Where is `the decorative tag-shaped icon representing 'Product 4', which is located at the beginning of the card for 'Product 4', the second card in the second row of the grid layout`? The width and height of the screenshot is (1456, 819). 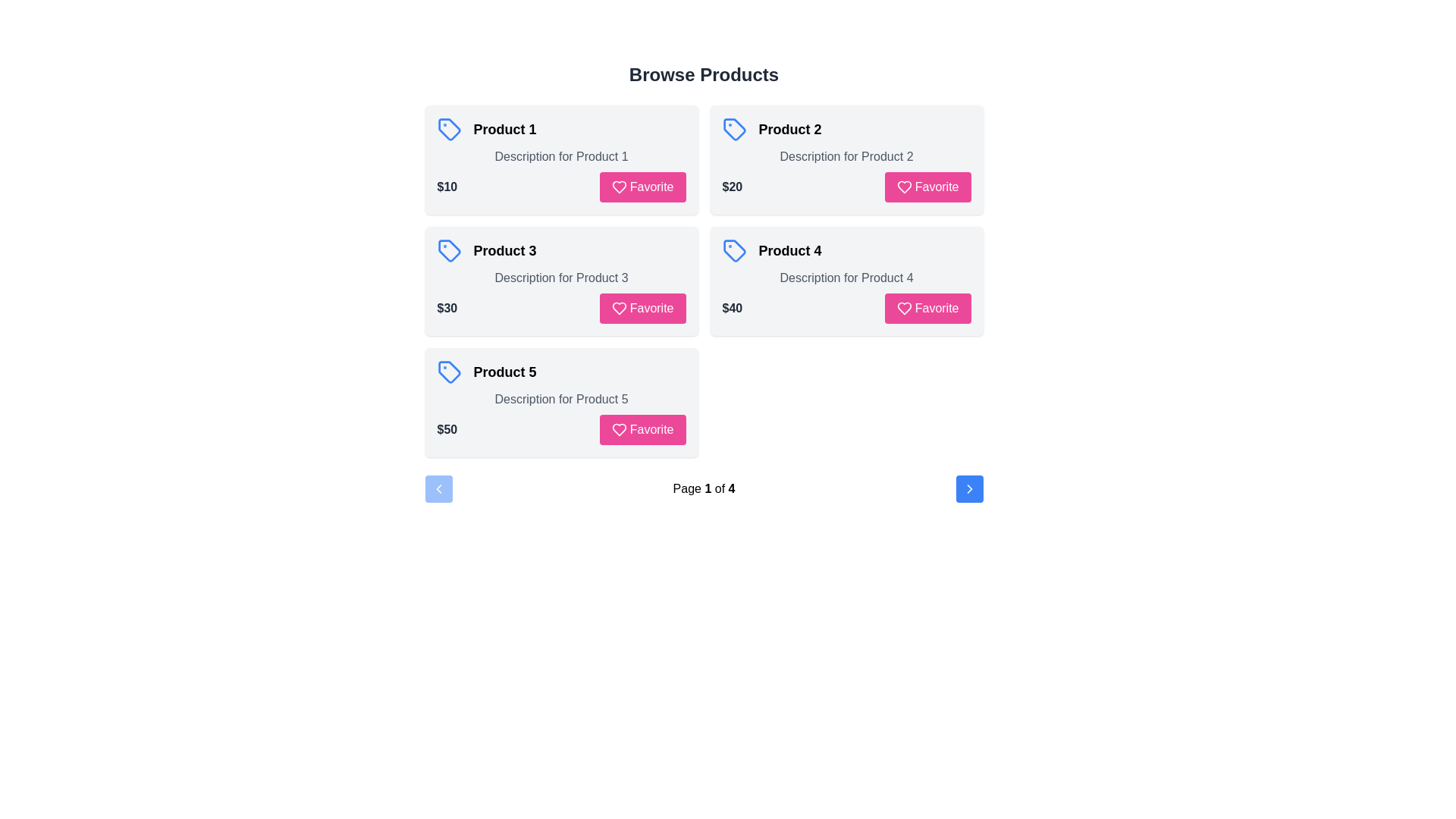 the decorative tag-shaped icon representing 'Product 4', which is located at the beginning of the card for 'Product 4', the second card in the second row of the grid layout is located at coordinates (734, 250).